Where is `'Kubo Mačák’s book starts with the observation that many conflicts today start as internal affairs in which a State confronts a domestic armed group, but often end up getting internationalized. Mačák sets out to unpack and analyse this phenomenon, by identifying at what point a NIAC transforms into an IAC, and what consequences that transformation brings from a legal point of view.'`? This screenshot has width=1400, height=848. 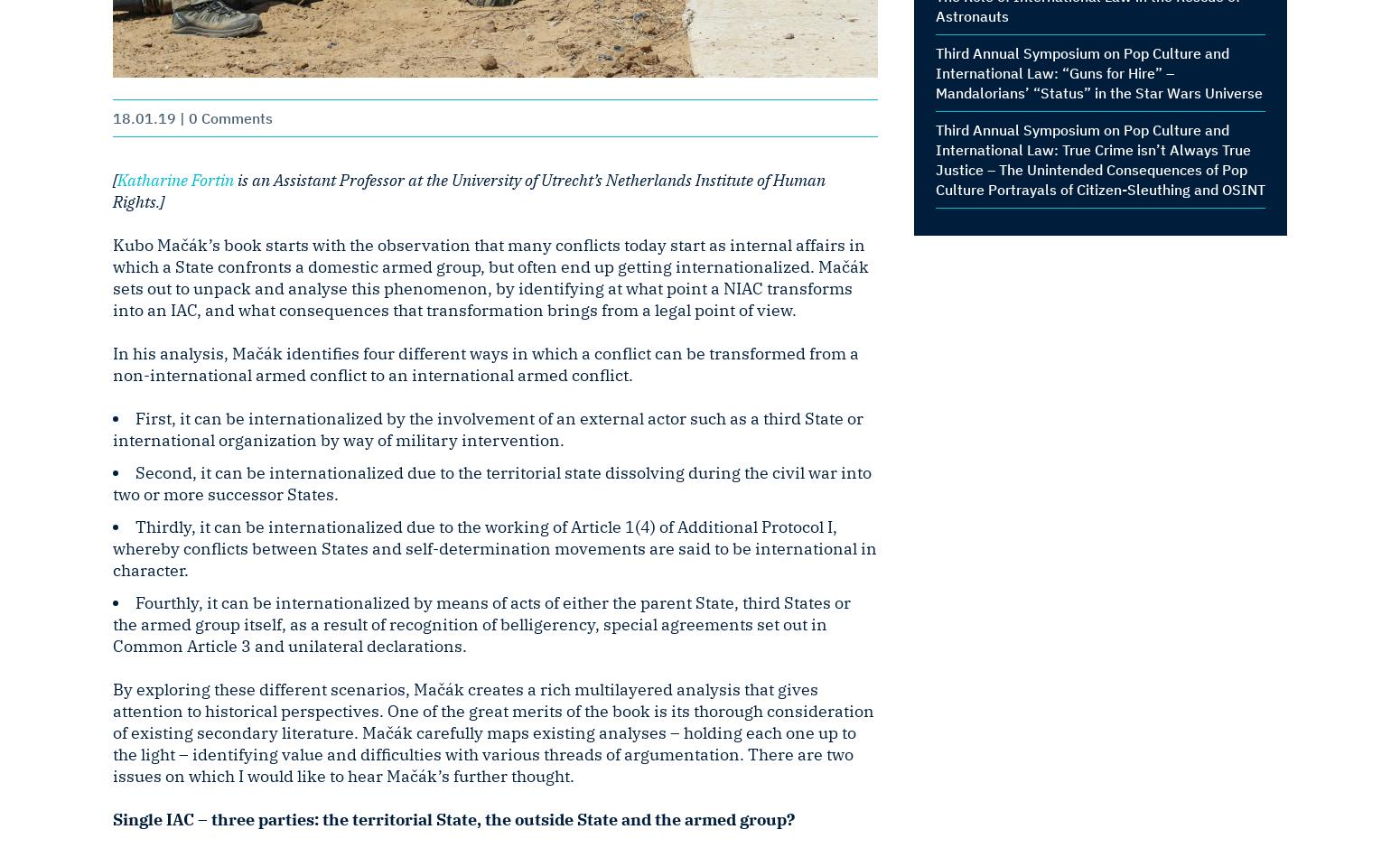
'Kubo Mačák’s book starts with the observation that many conflicts today start as internal affairs in which a State confronts a domestic armed group, but often end up getting internationalized. Mačák sets out to unpack and analyse this phenomenon, by identifying at what point a NIAC transforms into an IAC, and what consequences that transformation brings from a legal point of view.' is located at coordinates (490, 277).